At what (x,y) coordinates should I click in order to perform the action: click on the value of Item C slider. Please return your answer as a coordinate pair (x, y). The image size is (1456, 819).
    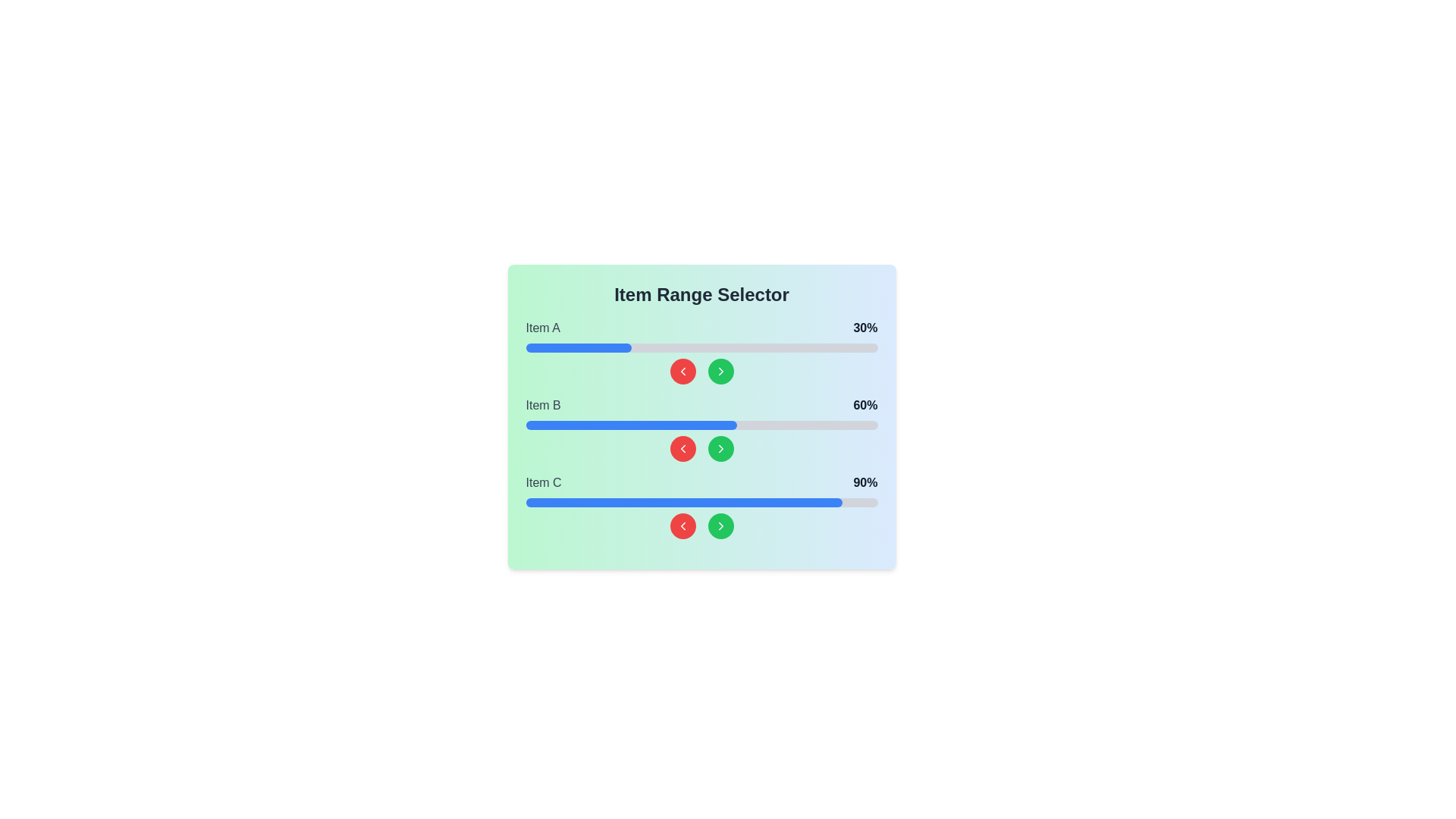
    Looking at the image, I should click on (747, 503).